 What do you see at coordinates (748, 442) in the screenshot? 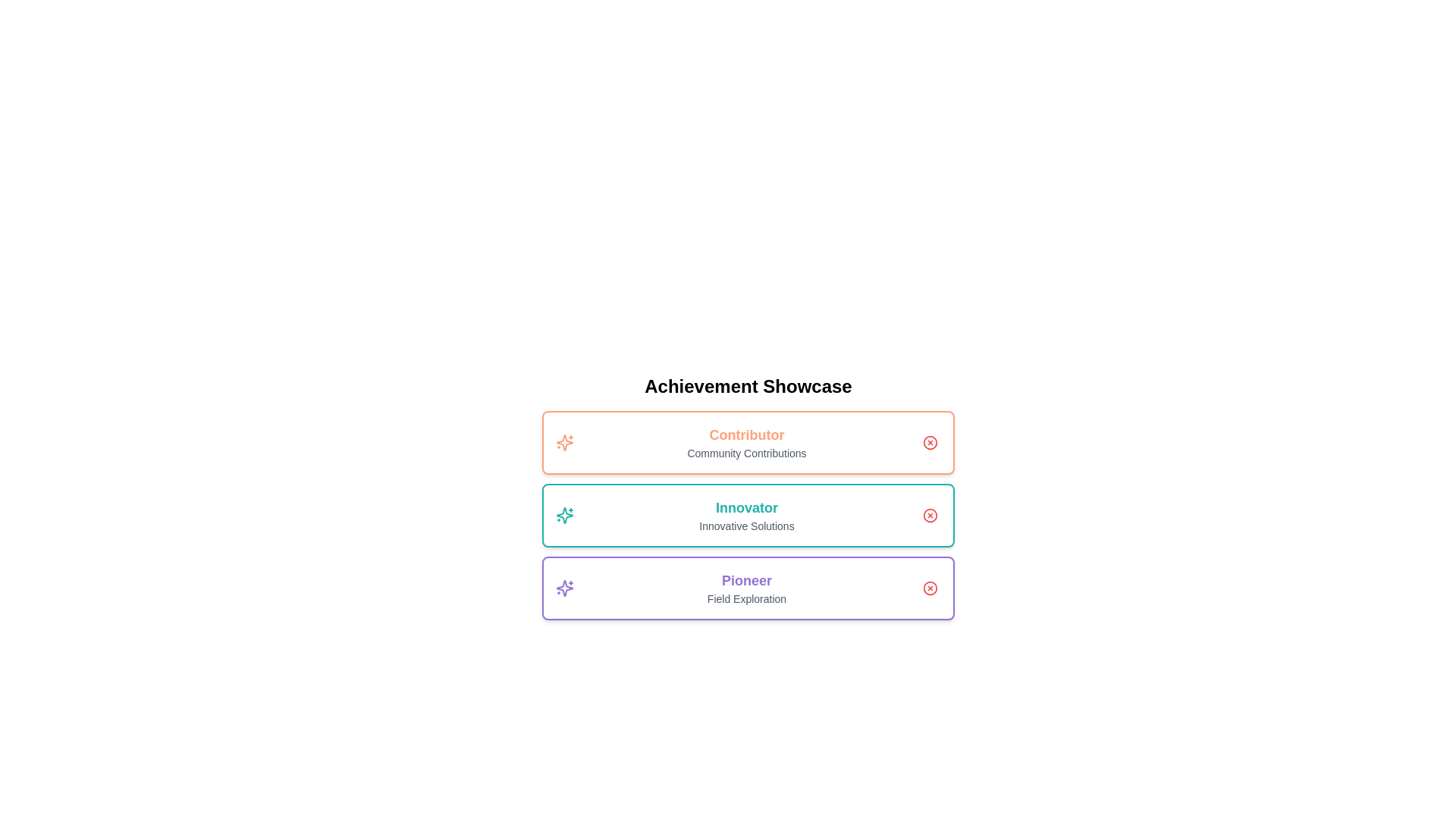
I see `the achievement titled Contributor to inspect its details` at bounding box center [748, 442].